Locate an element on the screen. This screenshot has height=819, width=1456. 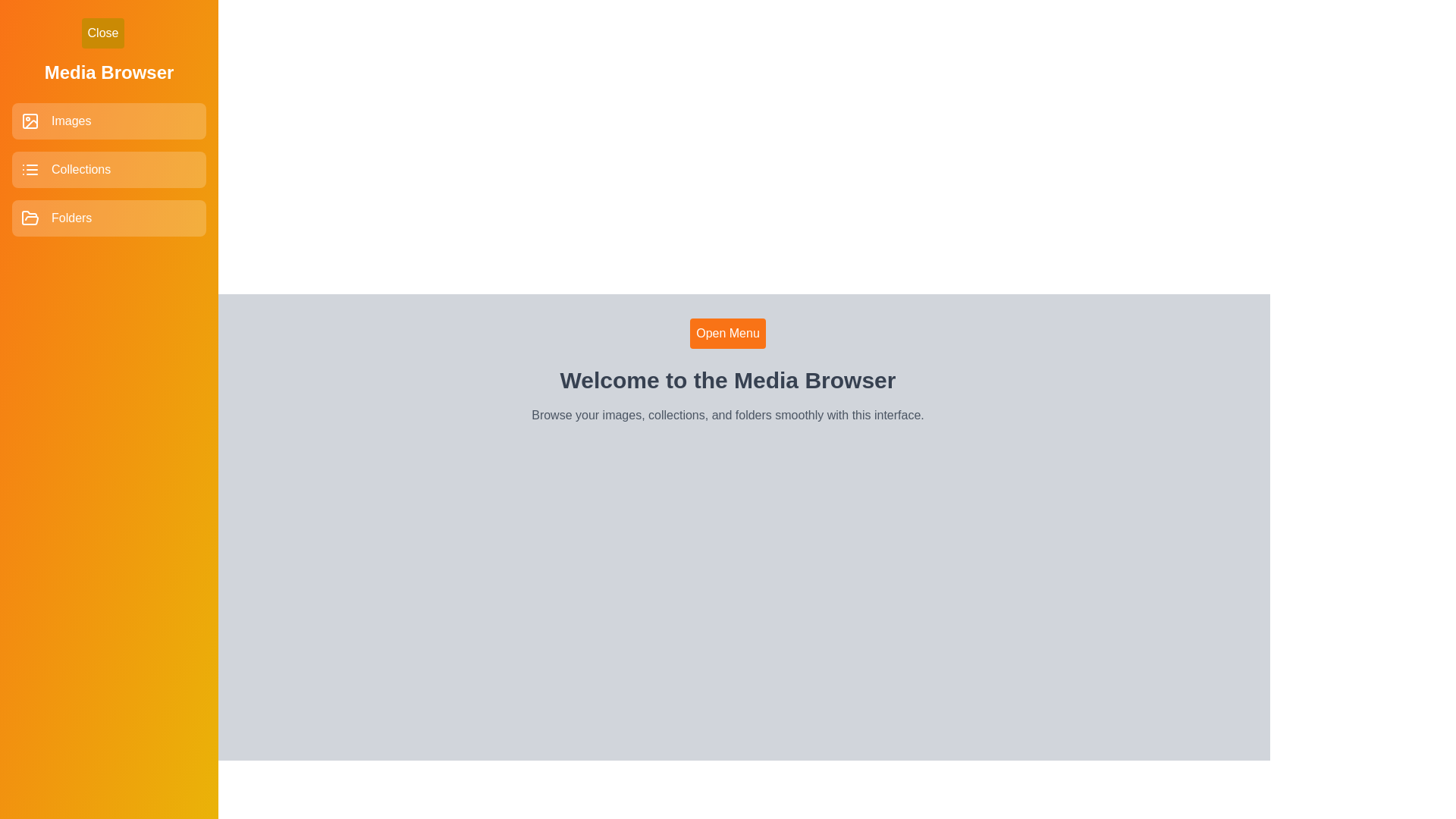
the text 'Welcome to the Media Browser' and copy it to the clipboard is located at coordinates (728, 379).